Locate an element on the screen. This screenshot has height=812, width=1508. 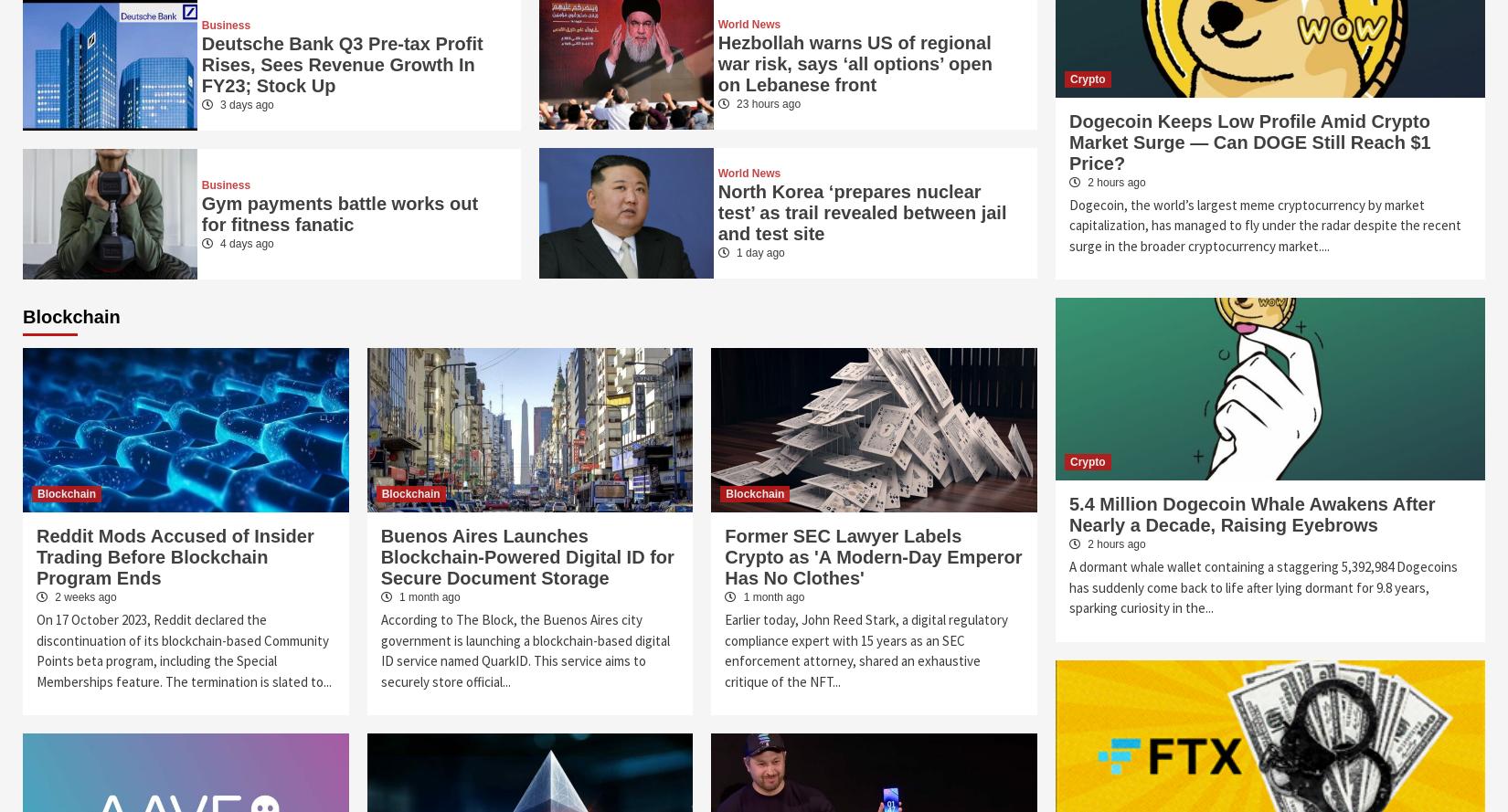
'2 weeks ago' is located at coordinates (51, 597).